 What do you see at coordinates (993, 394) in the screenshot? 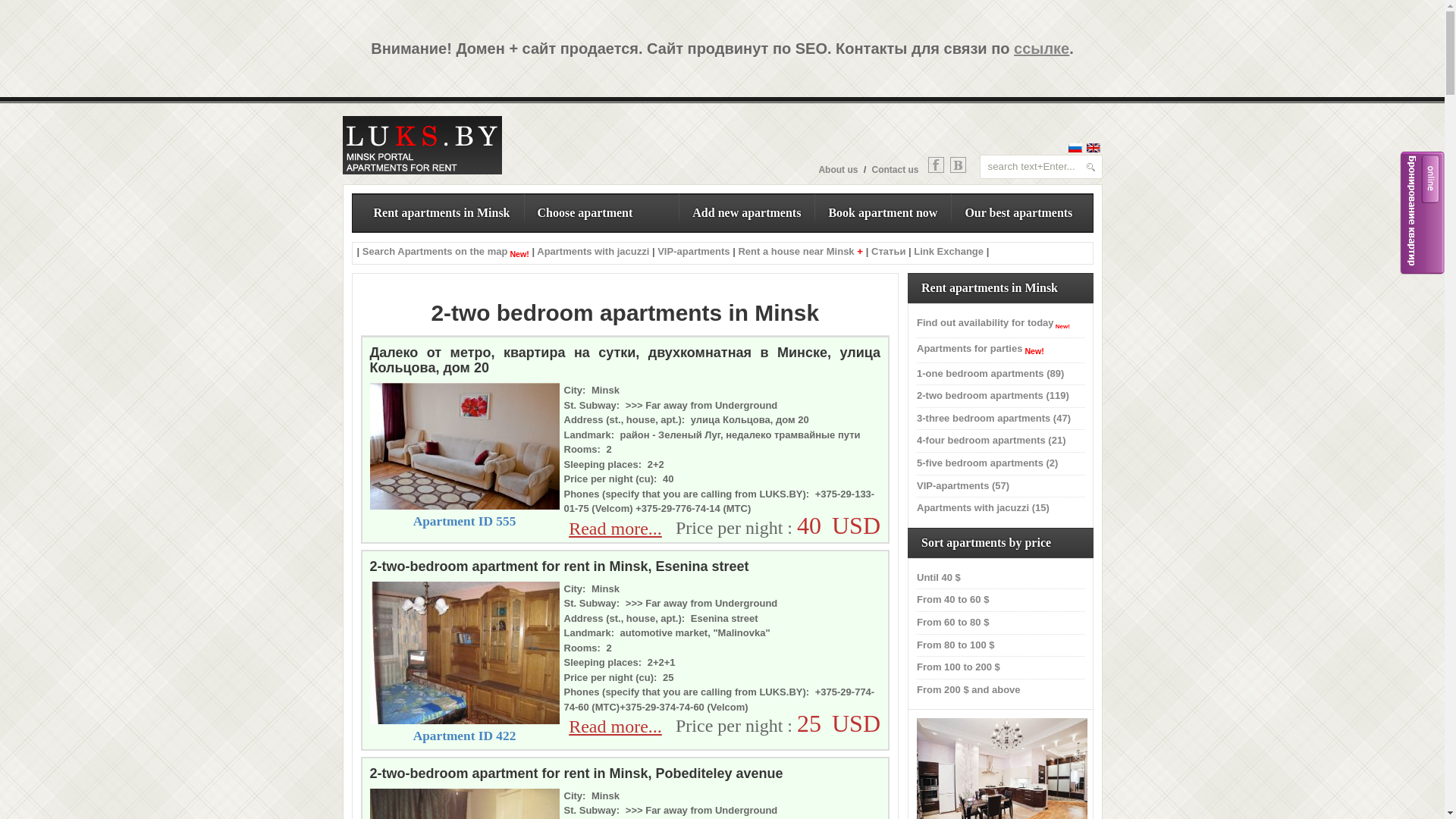
I see `'2-two bedroom apartments (119)'` at bounding box center [993, 394].